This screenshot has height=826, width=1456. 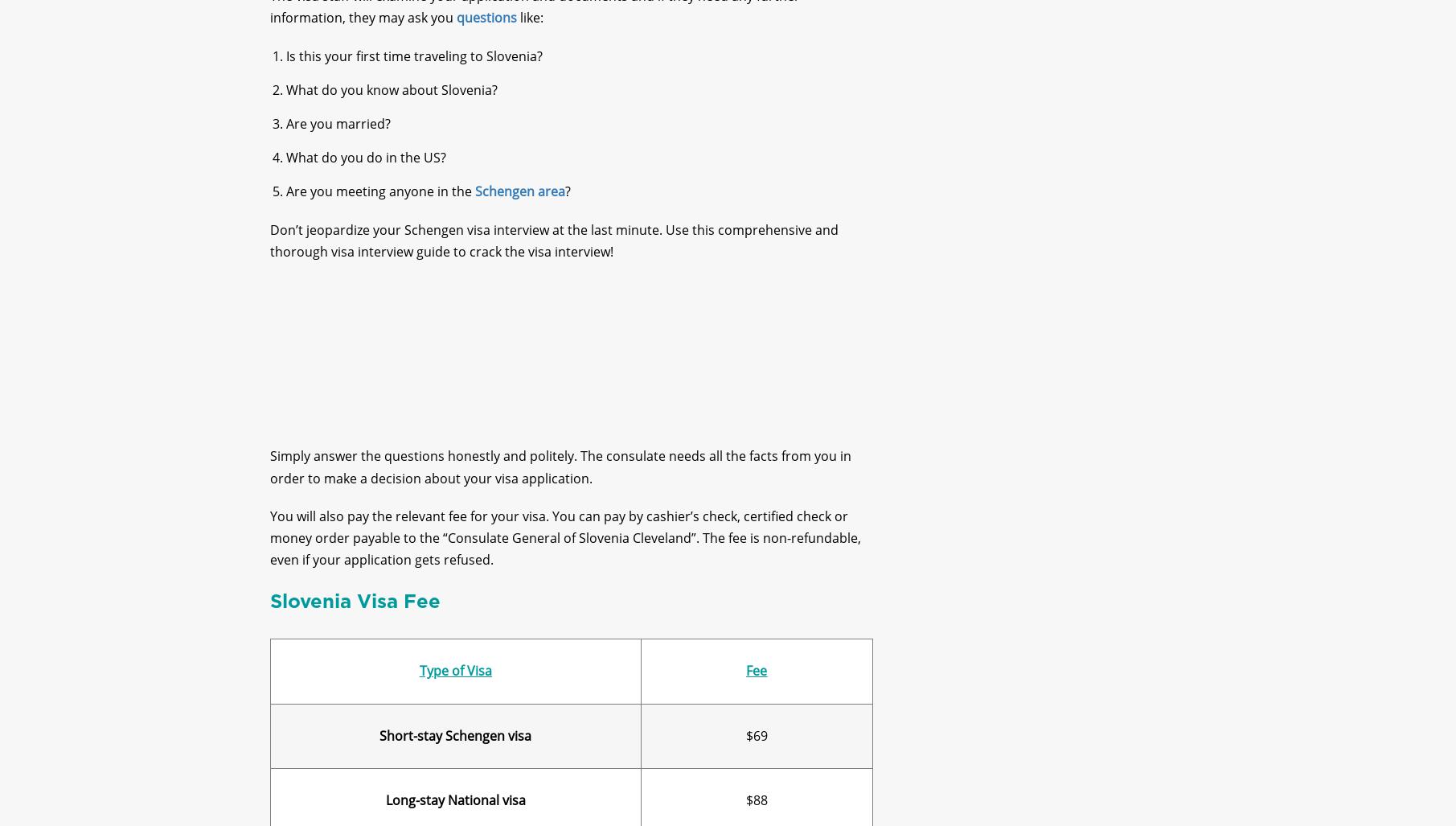 What do you see at coordinates (486, 31) in the screenshot?
I see `'questions'` at bounding box center [486, 31].